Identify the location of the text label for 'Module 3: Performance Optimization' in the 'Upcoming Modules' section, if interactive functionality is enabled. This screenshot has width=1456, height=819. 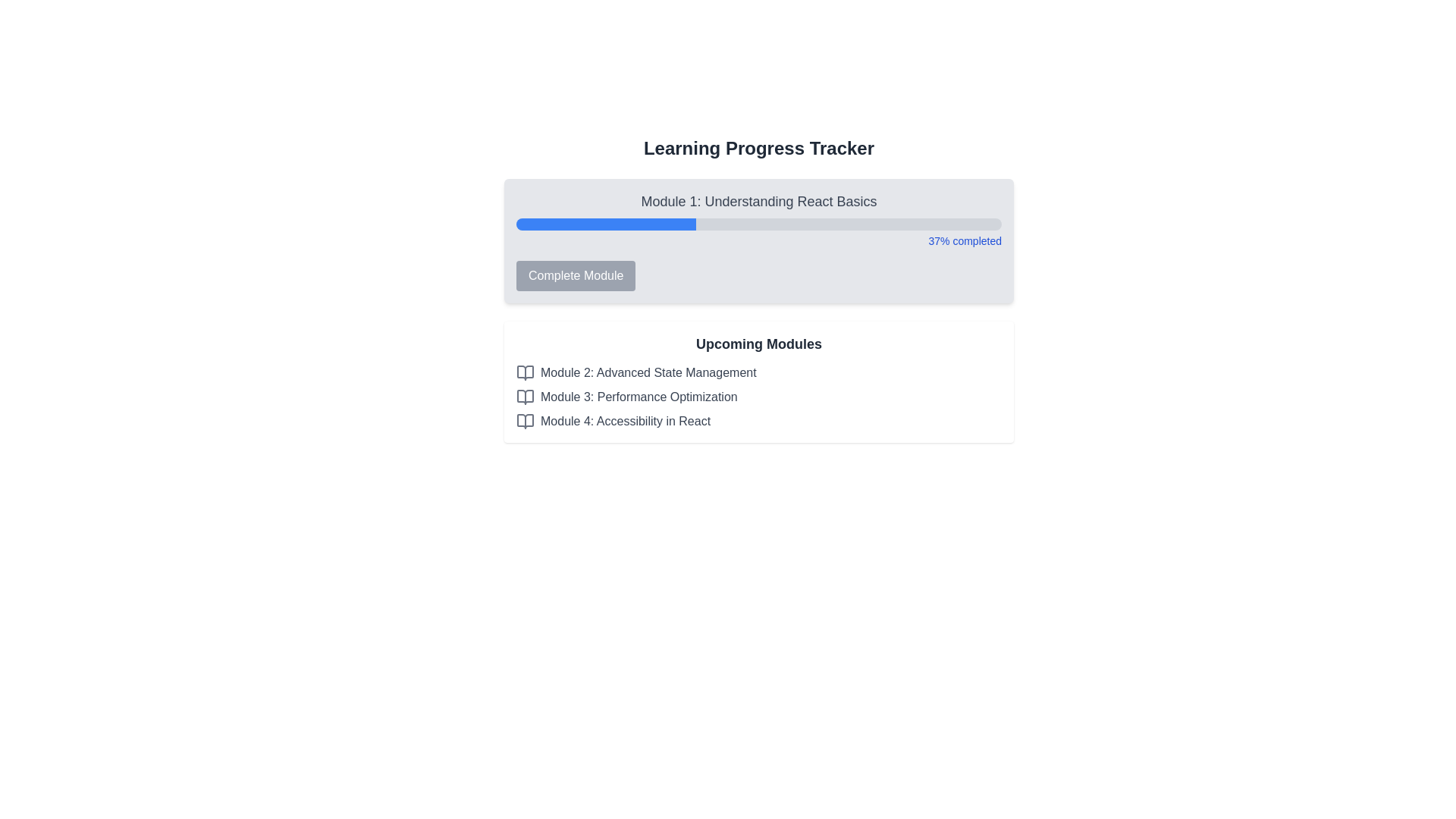
(639, 397).